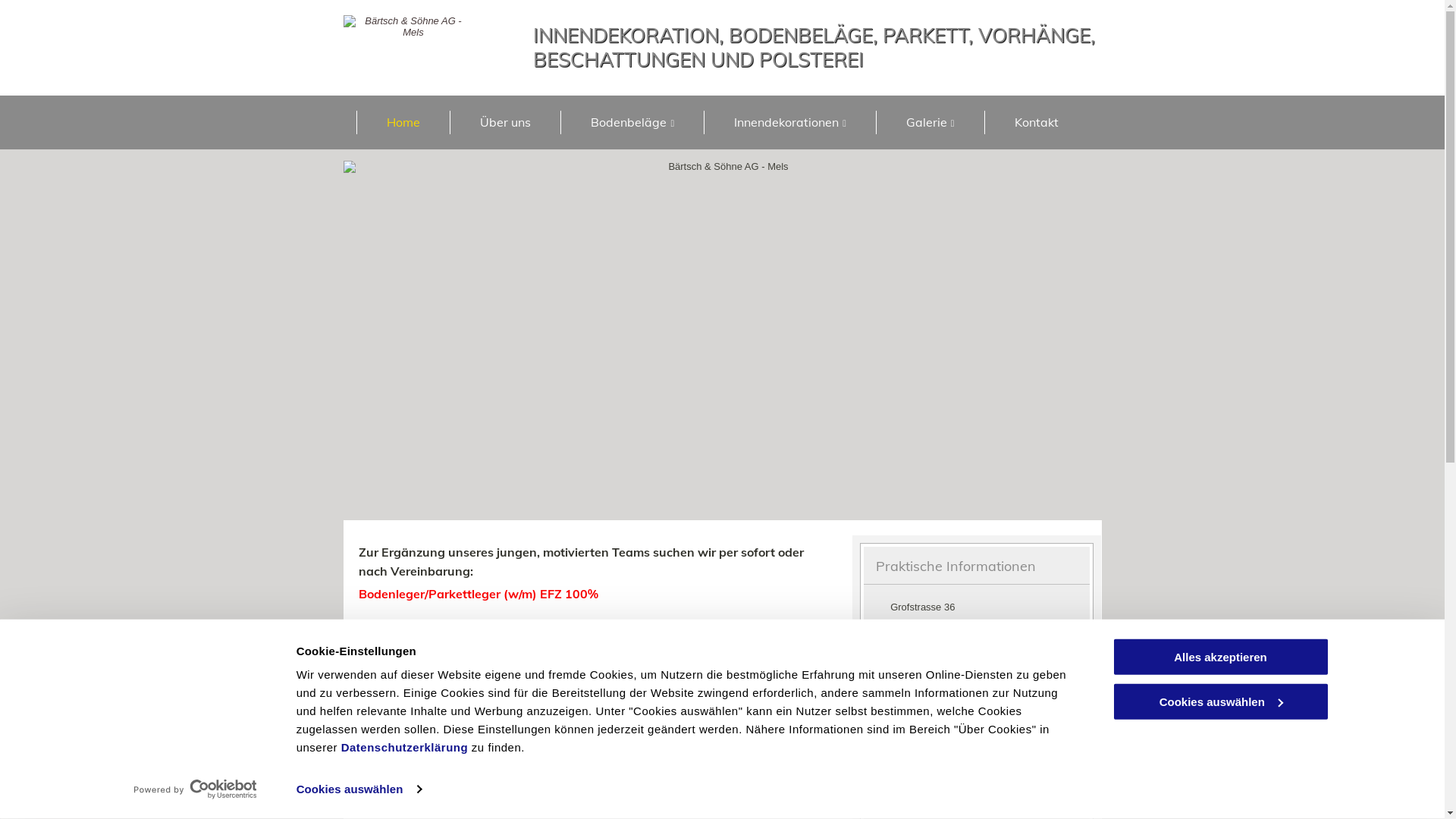 This screenshot has width=1456, height=819. What do you see at coordinates (930, 647) in the screenshot?
I see `'081 723 48 15'` at bounding box center [930, 647].